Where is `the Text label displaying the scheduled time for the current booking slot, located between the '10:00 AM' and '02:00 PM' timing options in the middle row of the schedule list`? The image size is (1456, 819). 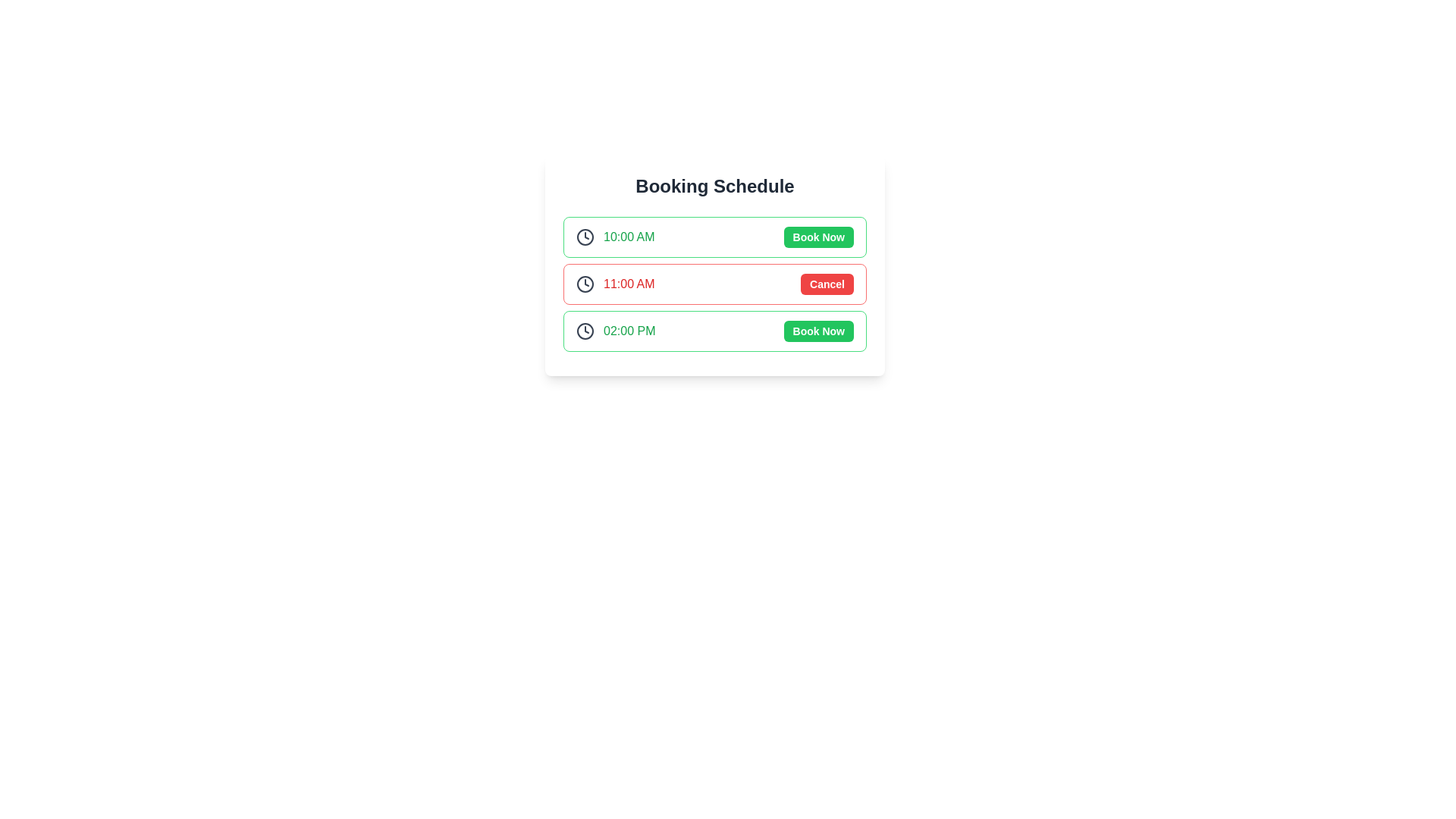 the Text label displaying the scheduled time for the current booking slot, located between the '10:00 AM' and '02:00 PM' timing options in the middle row of the schedule list is located at coordinates (629, 284).